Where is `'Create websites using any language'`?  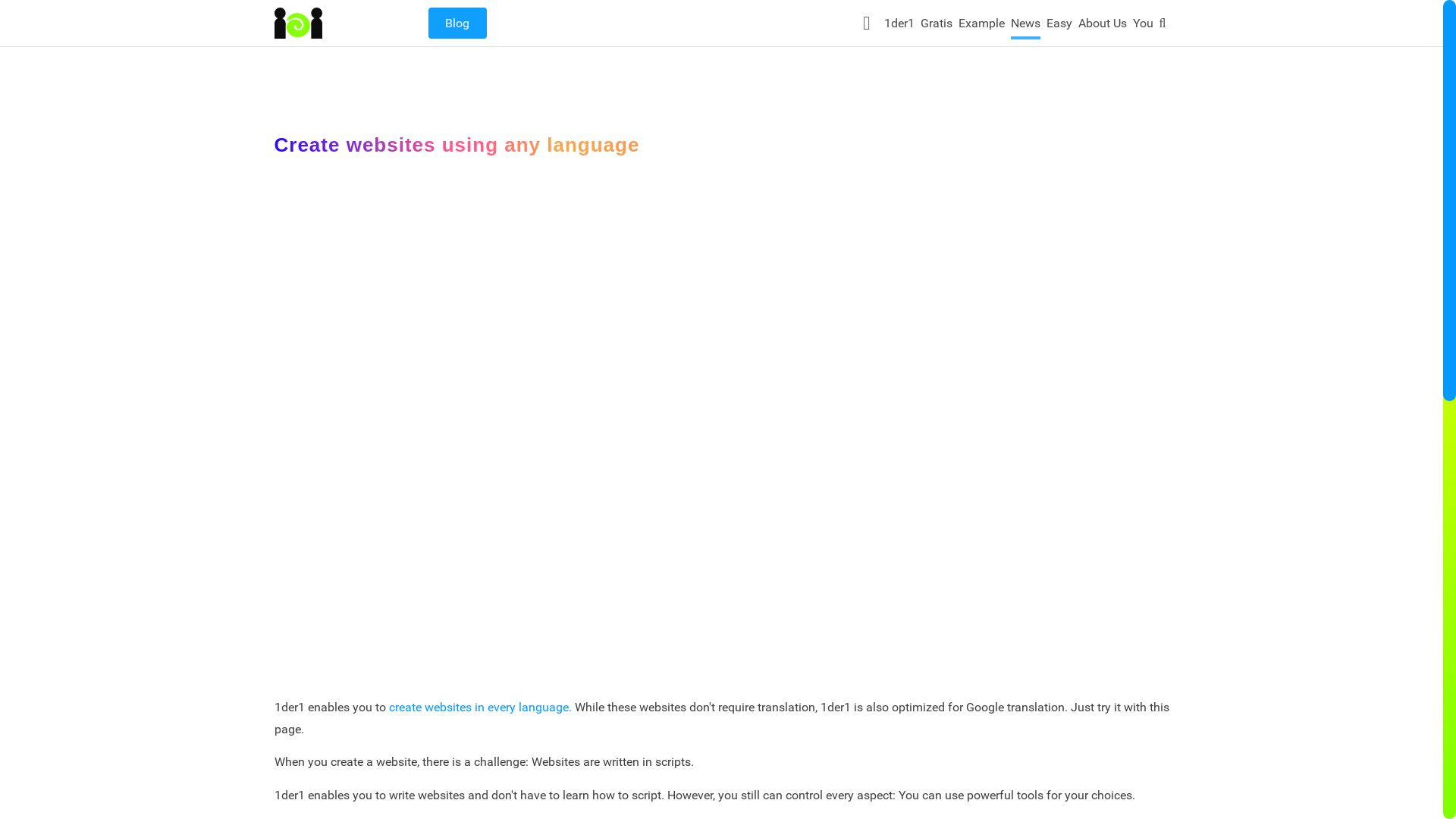 'Create websites using any language' is located at coordinates (457, 145).